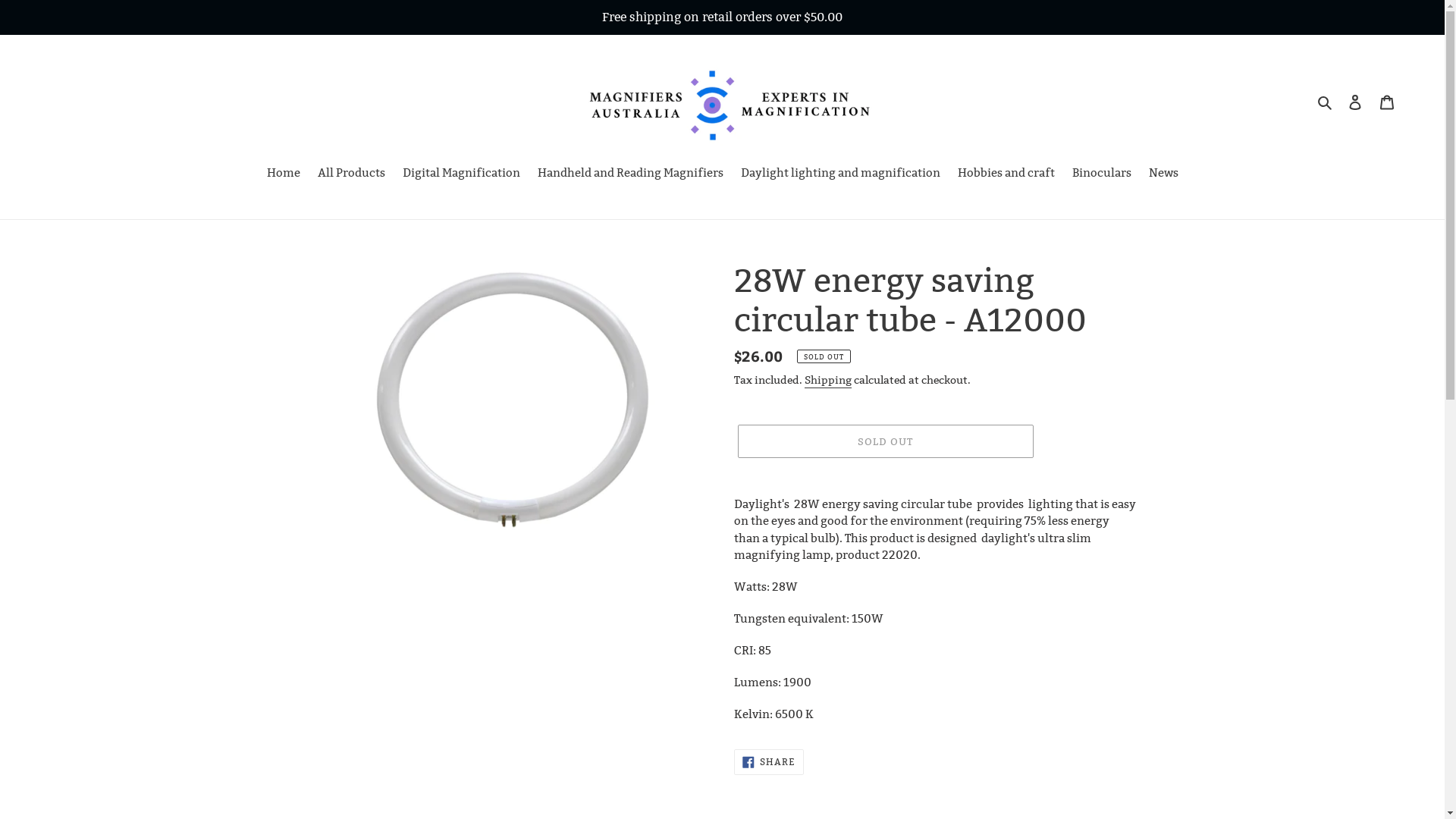 Image resolution: width=1456 pixels, height=819 pixels. Describe the element at coordinates (1354, 102) in the screenshot. I see `'Log in'` at that location.